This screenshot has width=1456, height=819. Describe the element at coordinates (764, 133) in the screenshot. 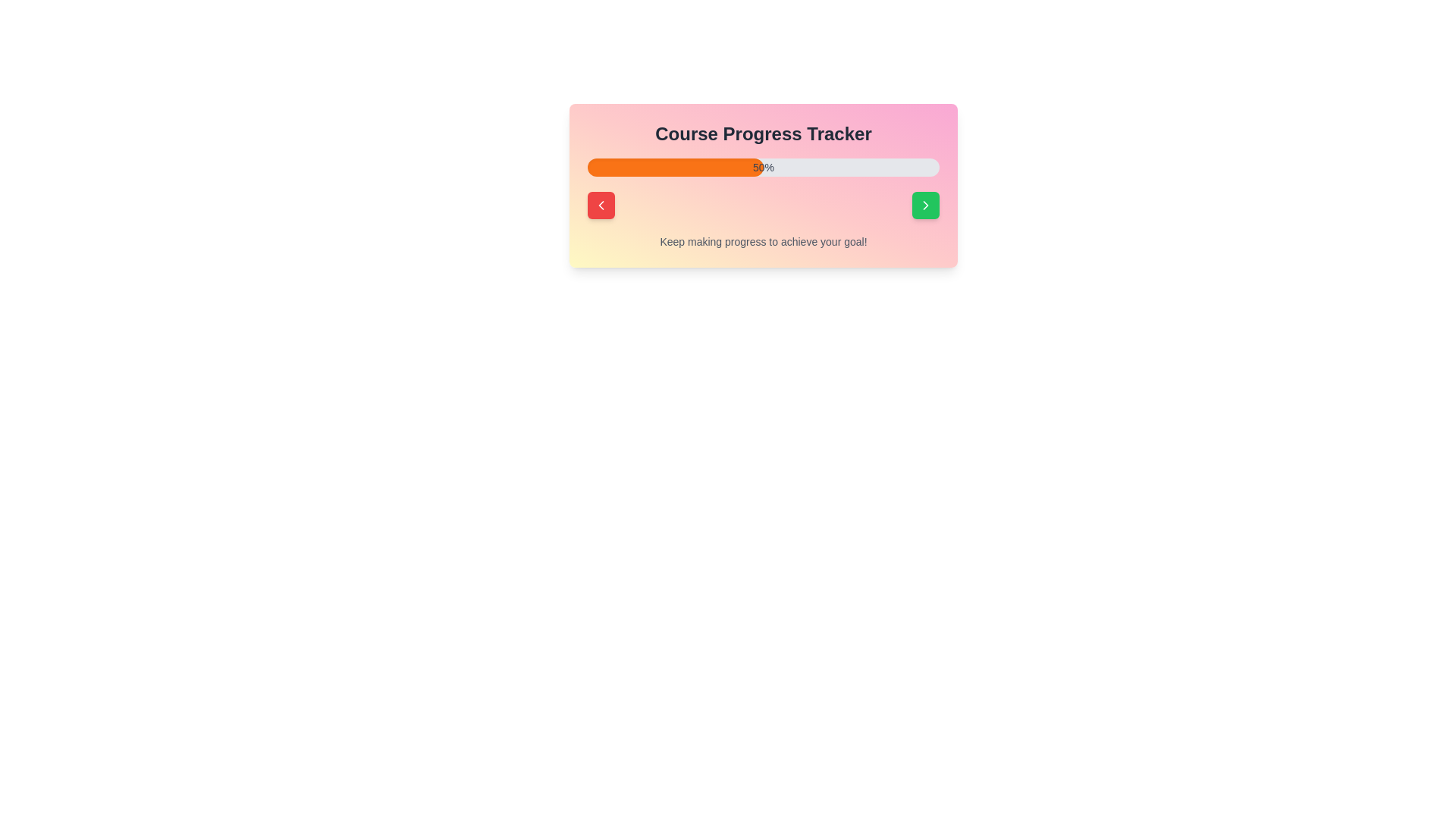

I see `header text label indicating the purpose of the enclosing UI component for tracking course progress, which is positioned centrally above a progress bar` at that location.